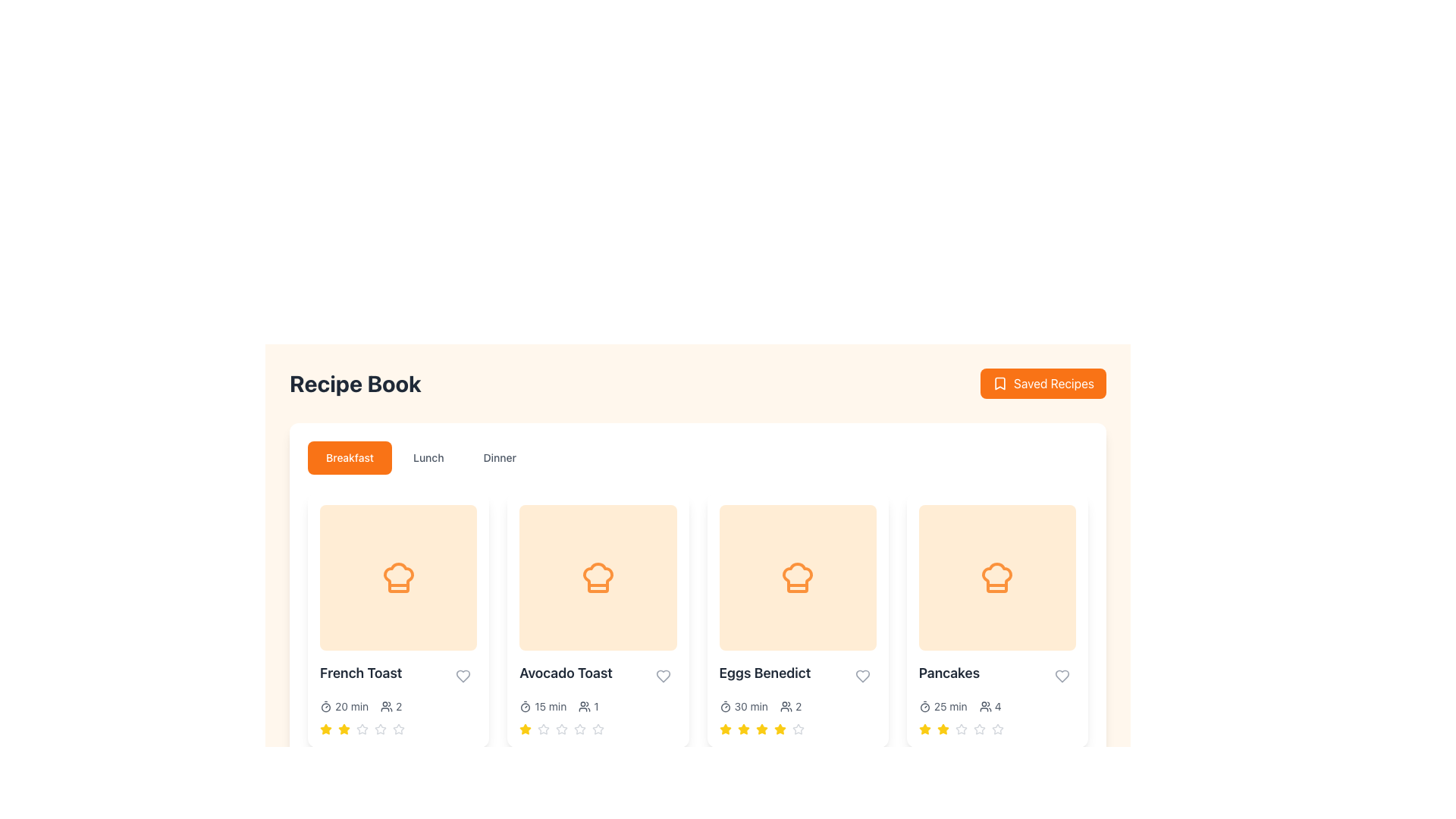 The image size is (1456, 819). I want to click on the first star graphical icon in the recipe grid under the 'Avocado Toast' card, so click(526, 728).